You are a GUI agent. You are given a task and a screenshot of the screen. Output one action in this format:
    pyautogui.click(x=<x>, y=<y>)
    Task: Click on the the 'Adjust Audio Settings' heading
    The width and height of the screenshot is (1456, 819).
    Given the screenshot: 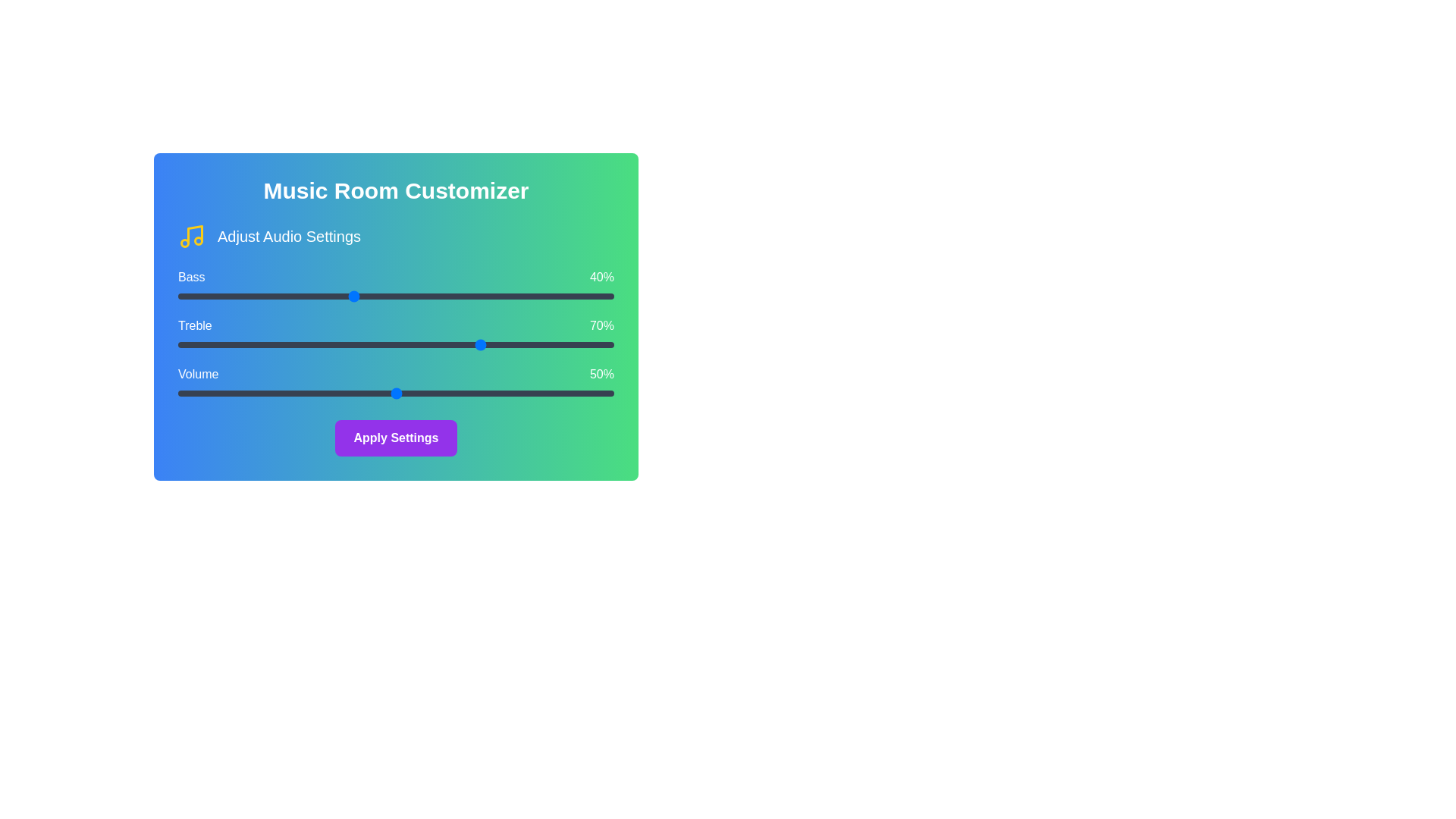 What is the action you would take?
    pyautogui.click(x=288, y=237)
    